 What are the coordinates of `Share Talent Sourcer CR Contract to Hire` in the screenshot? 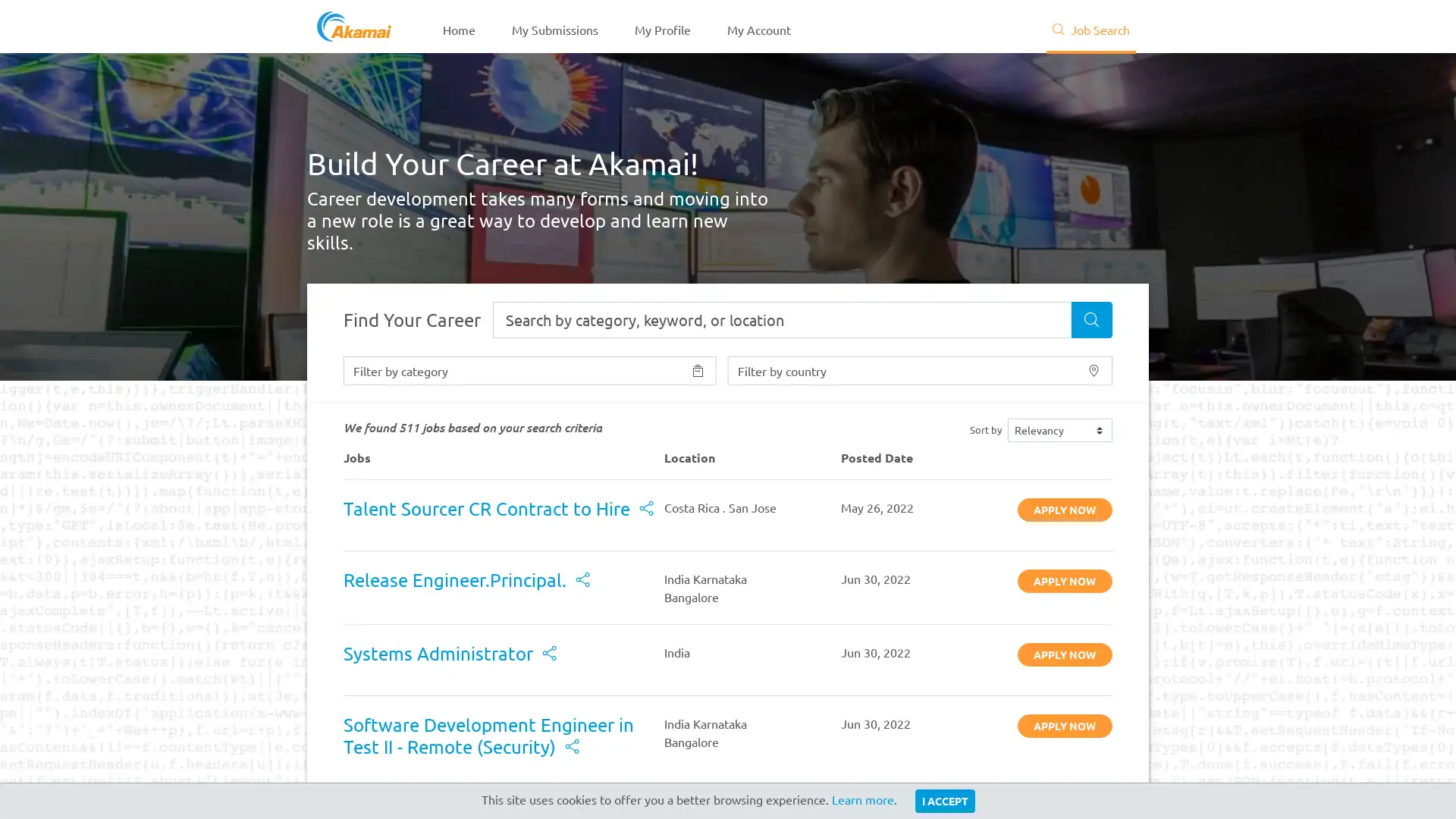 It's located at (646, 510).